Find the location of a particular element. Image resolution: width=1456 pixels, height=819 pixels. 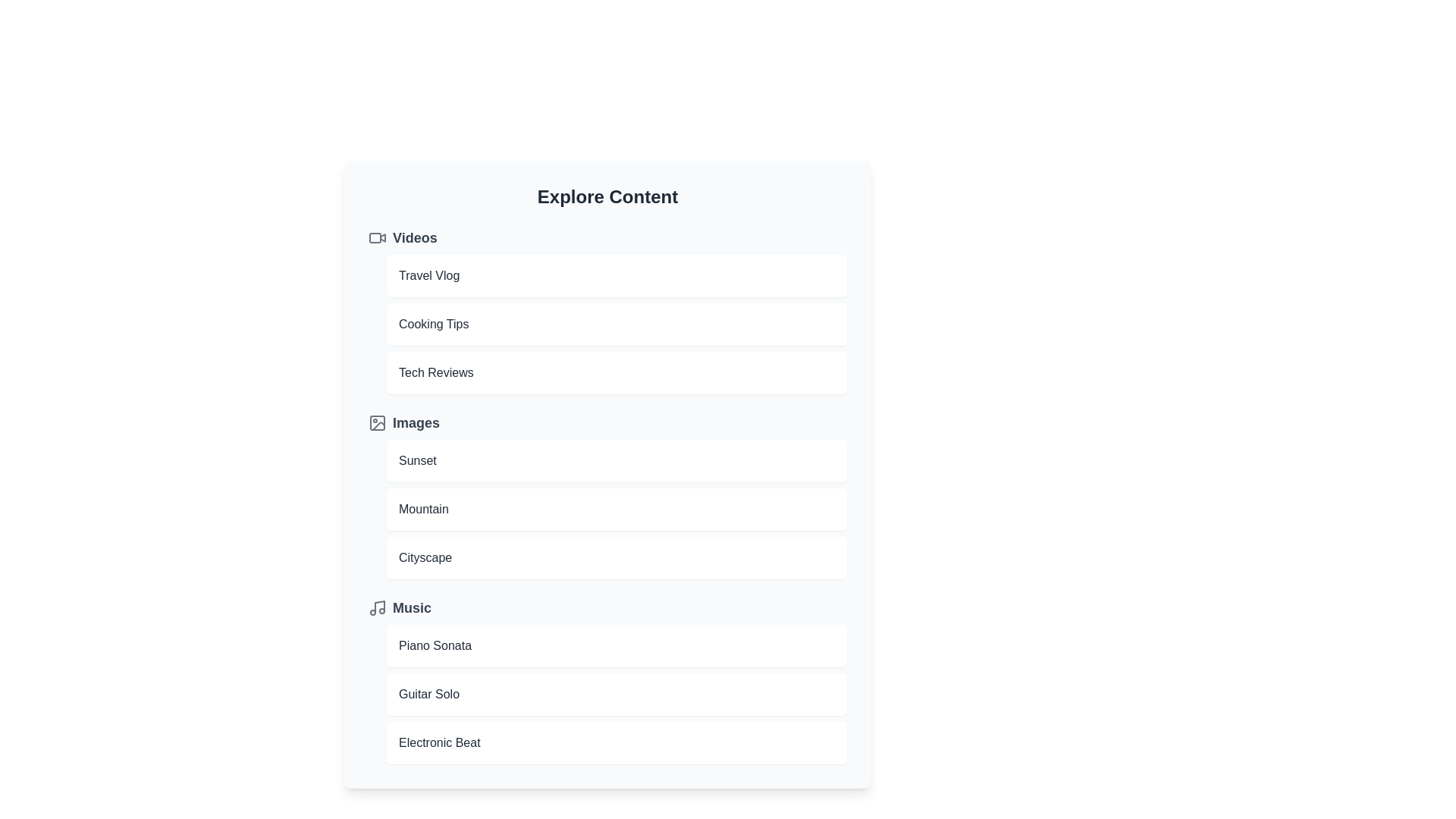

the item Sunset to open it is located at coordinates (617, 460).